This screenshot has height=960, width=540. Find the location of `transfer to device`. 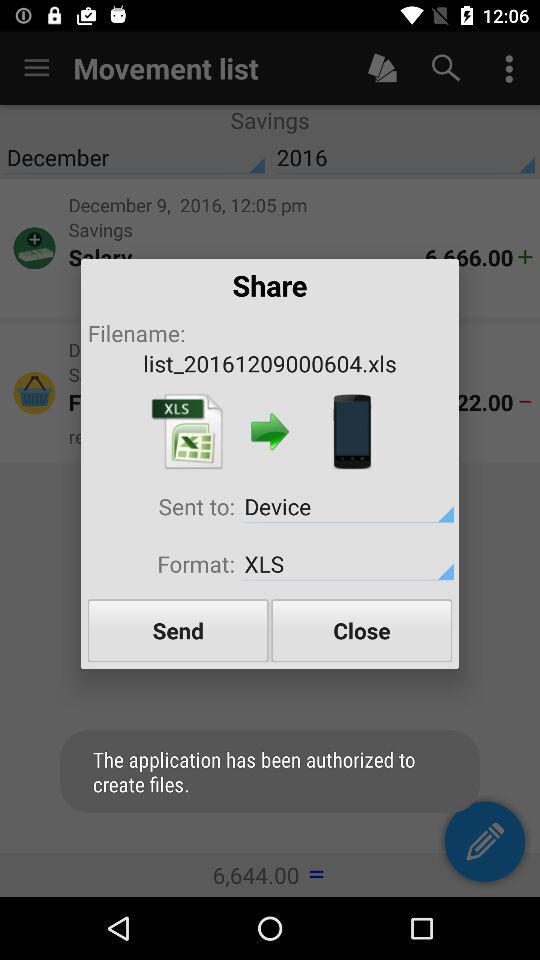

transfer to device is located at coordinates (351, 431).